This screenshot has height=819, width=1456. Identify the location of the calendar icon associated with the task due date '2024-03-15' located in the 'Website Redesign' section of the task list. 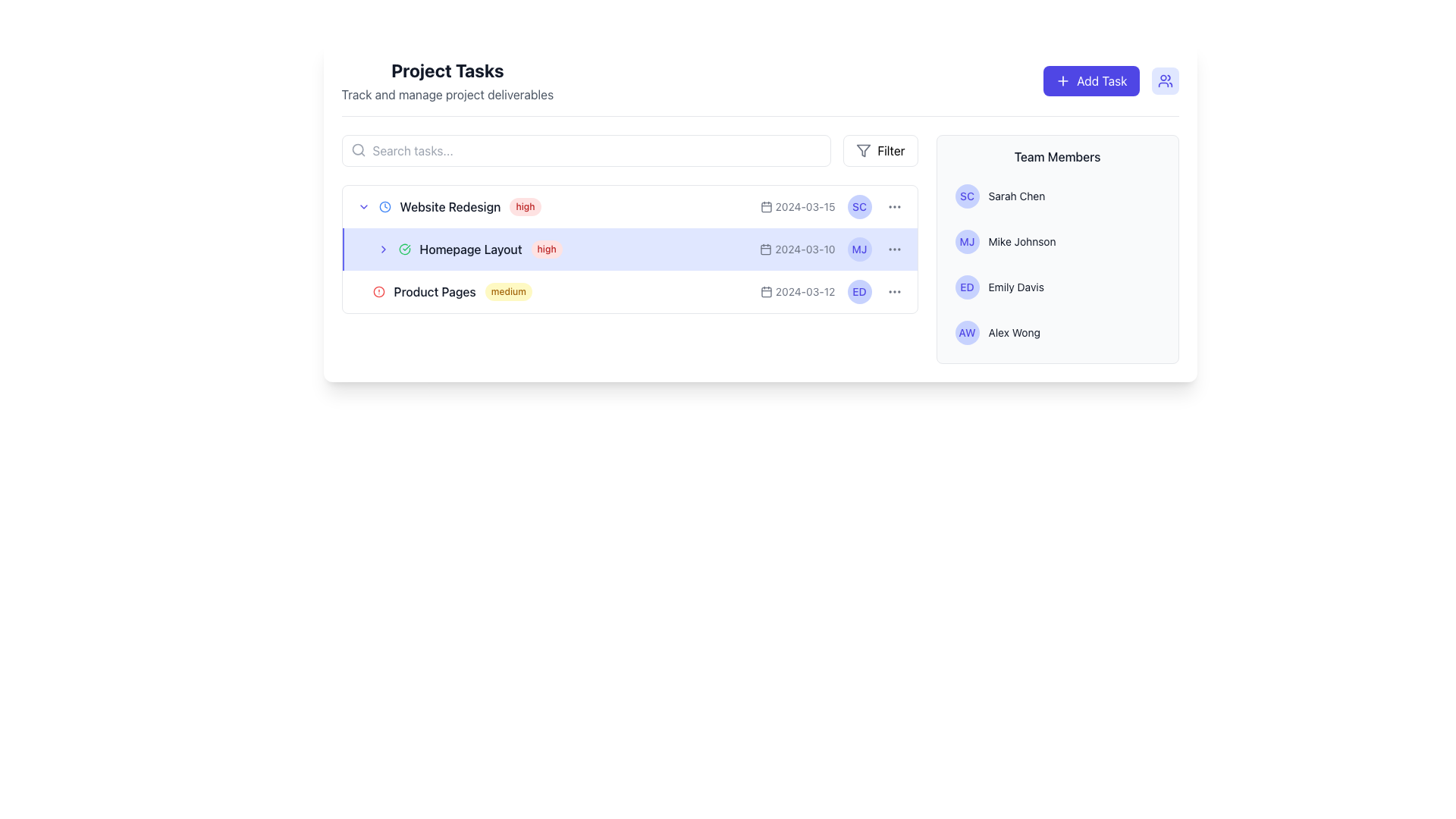
(766, 207).